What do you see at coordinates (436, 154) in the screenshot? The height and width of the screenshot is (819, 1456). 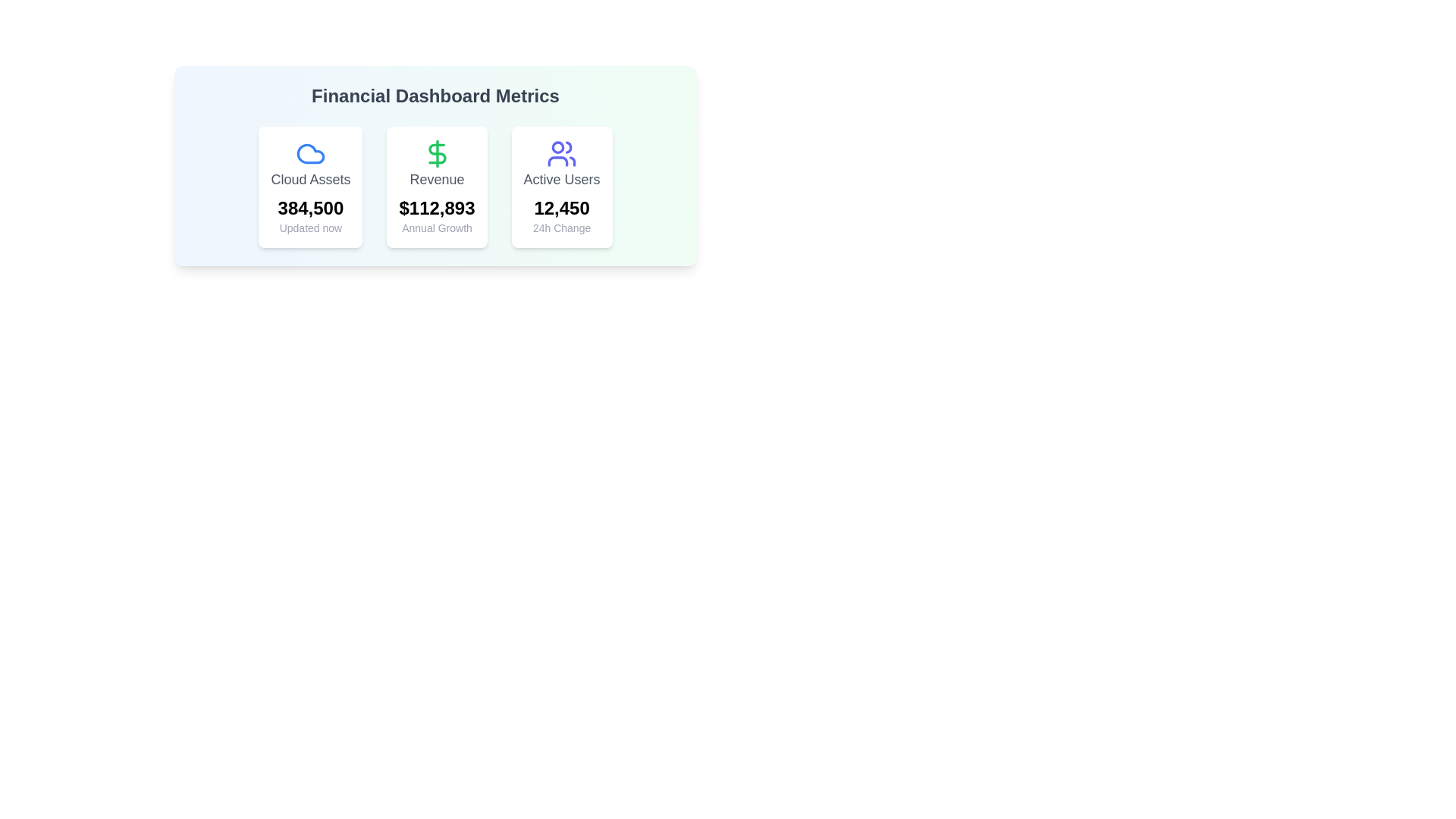 I see `the revenue icon located at the top section of the 'Revenue' card, which is horizontally centered above the text '$112,893' and 'Annual Growth'` at bounding box center [436, 154].